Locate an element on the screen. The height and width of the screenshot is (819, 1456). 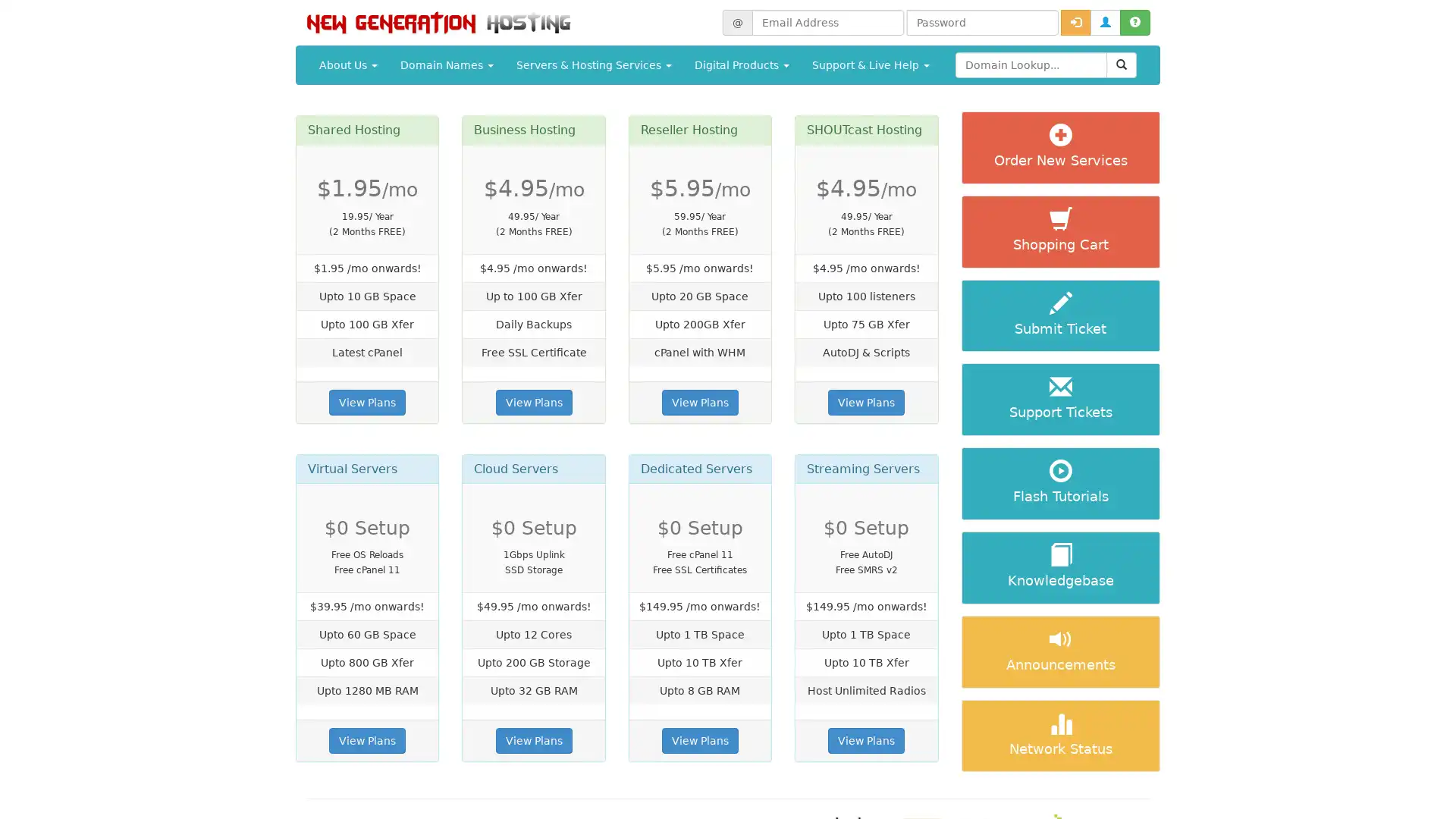
View Plans is located at coordinates (533, 400).